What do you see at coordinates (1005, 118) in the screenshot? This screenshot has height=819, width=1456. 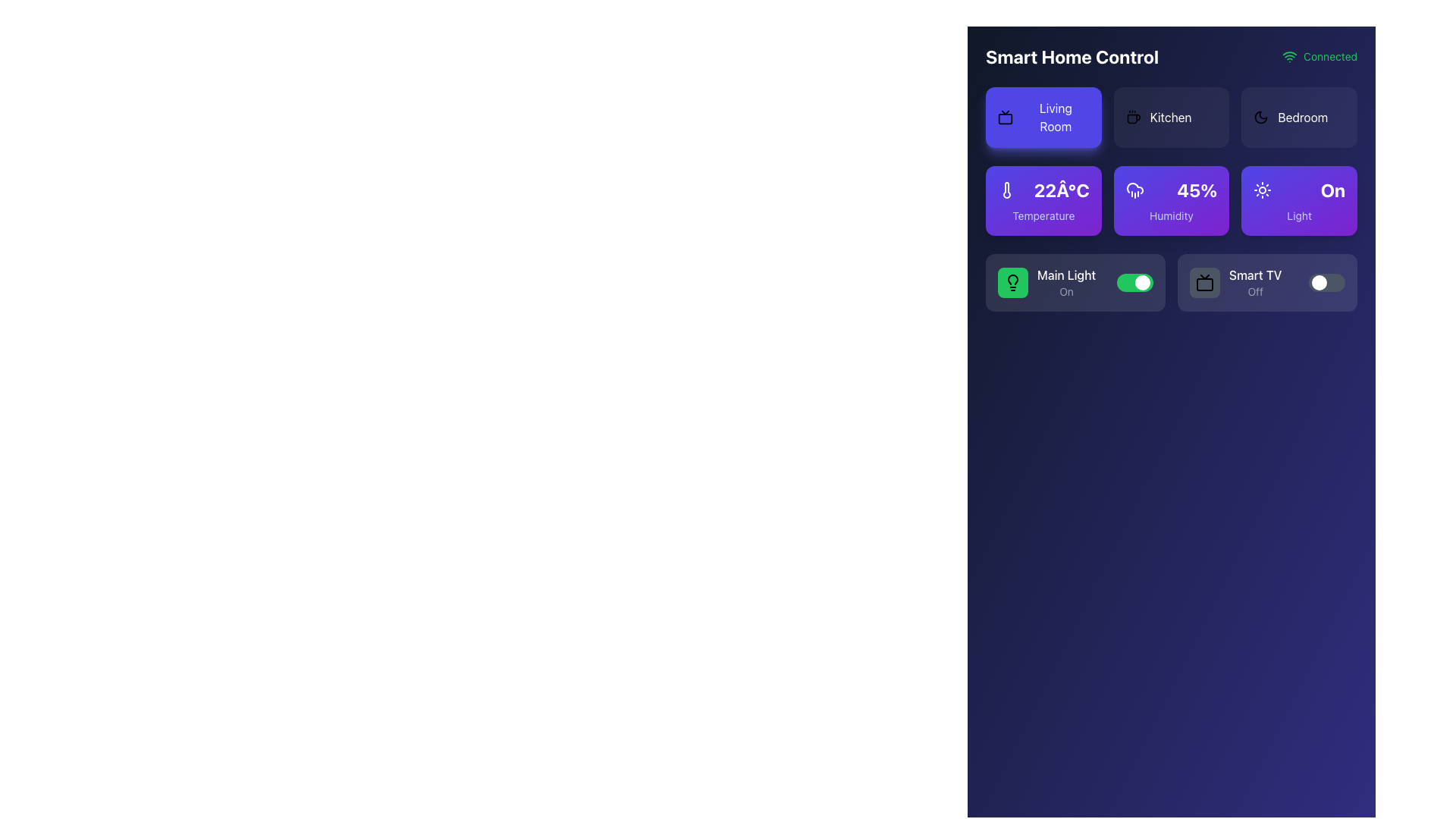 I see `the lower rectangular component of the television icon, which is positioned under the triangular antenna shape` at bounding box center [1005, 118].